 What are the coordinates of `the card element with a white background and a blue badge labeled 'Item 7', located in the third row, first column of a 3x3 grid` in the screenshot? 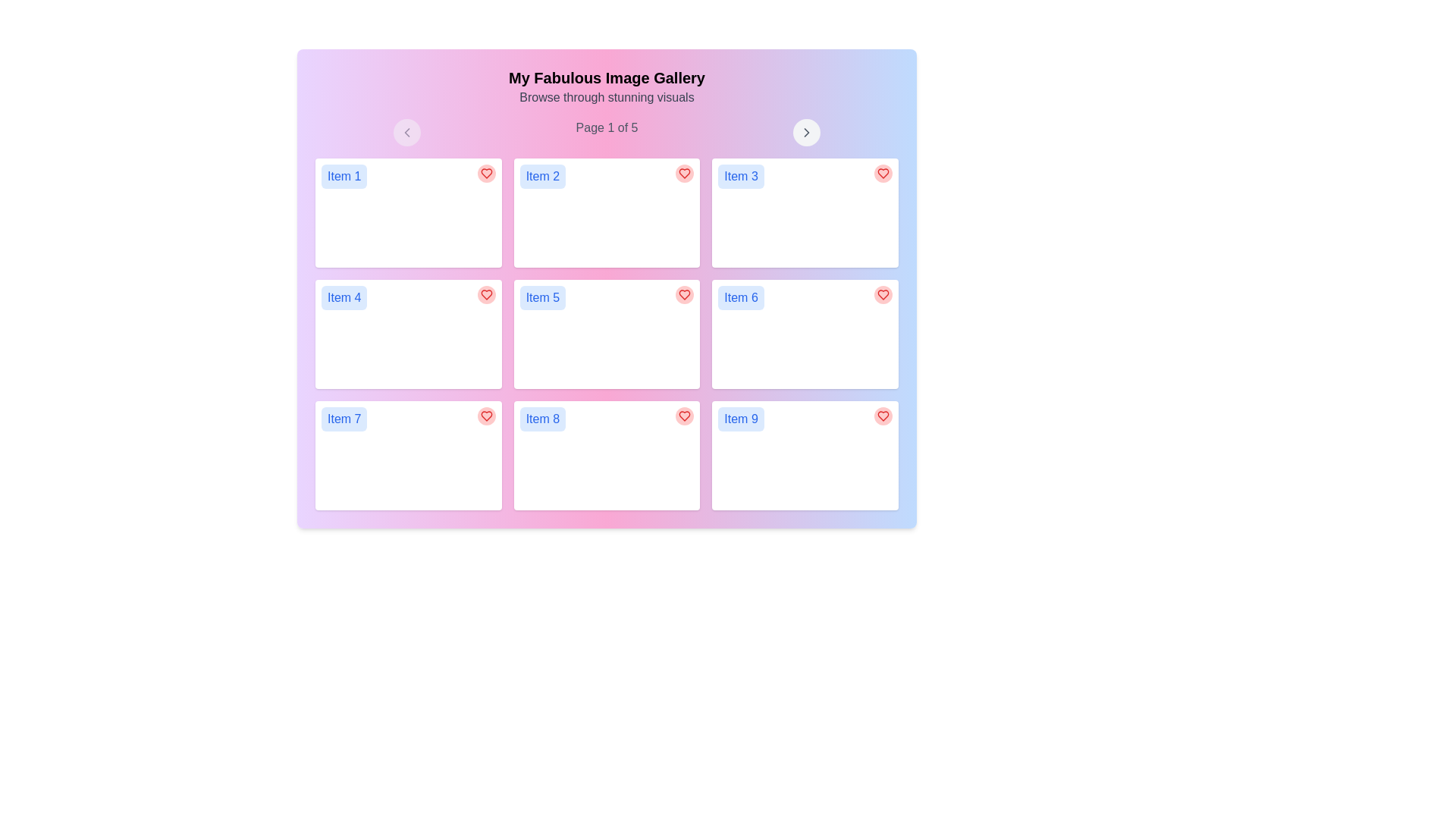 It's located at (408, 455).